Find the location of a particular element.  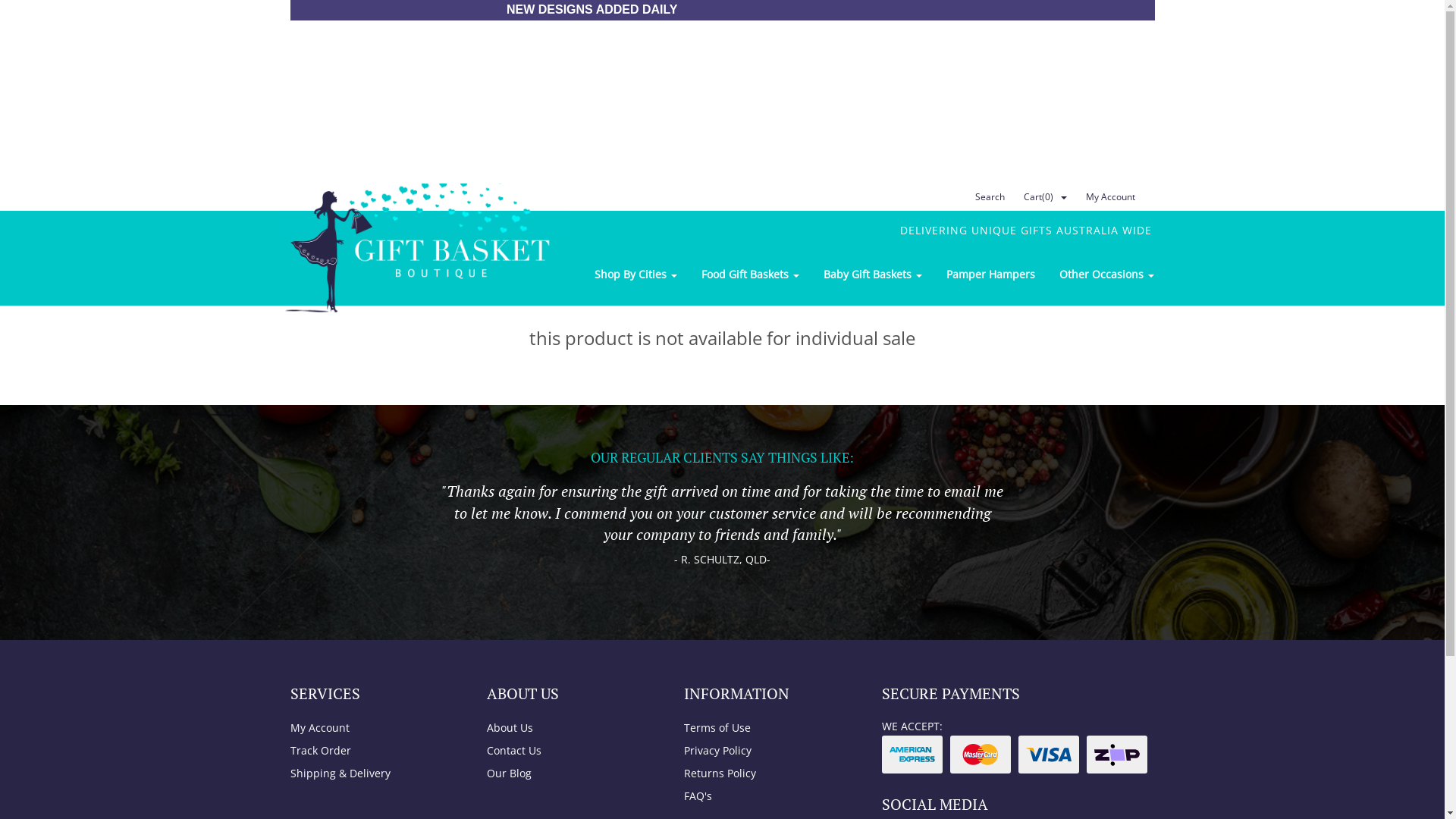

'Track Order' is located at coordinates (372, 751).